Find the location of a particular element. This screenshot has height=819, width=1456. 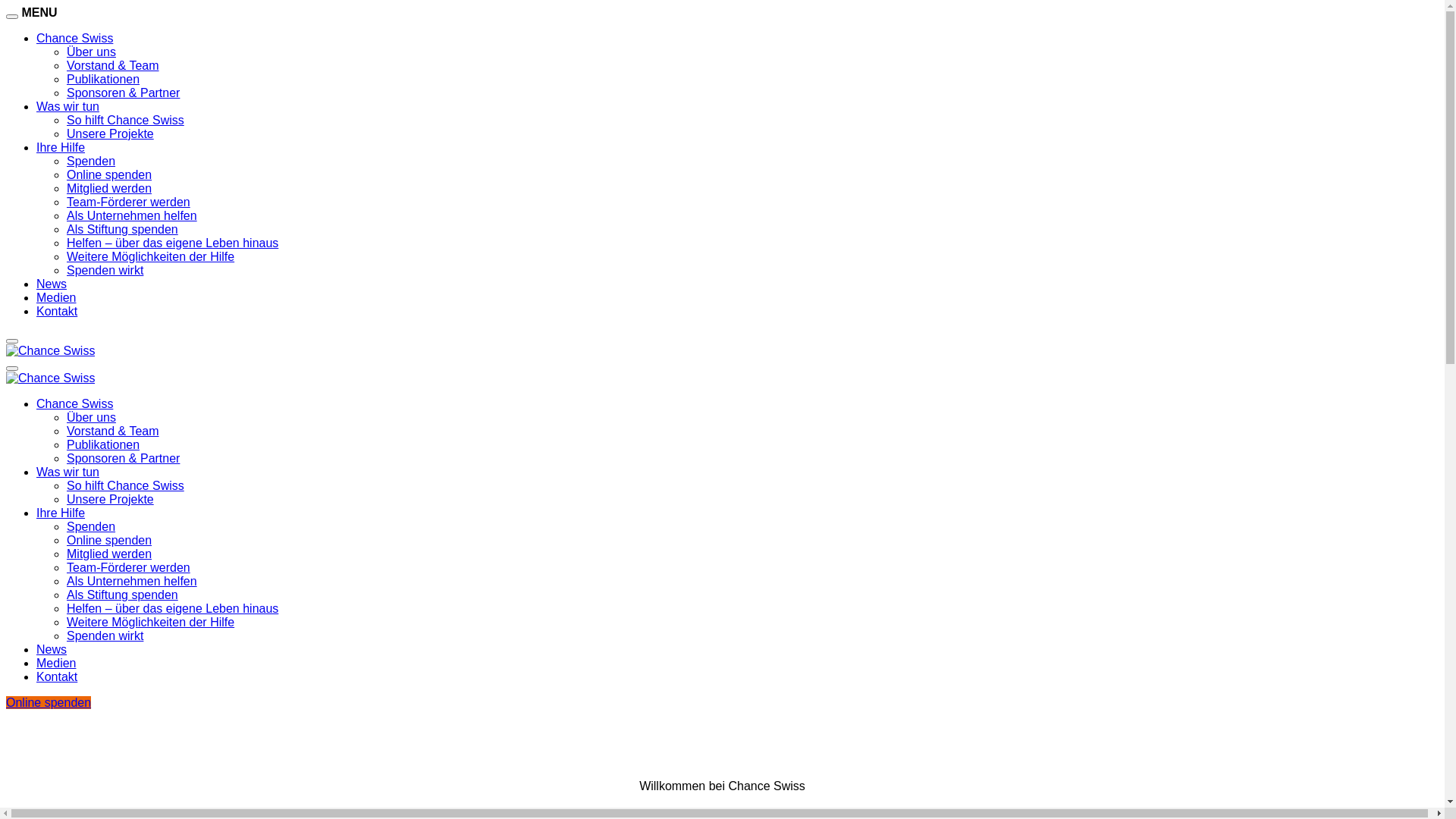

'So hilft Chance Swiss' is located at coordinates (125, 485).